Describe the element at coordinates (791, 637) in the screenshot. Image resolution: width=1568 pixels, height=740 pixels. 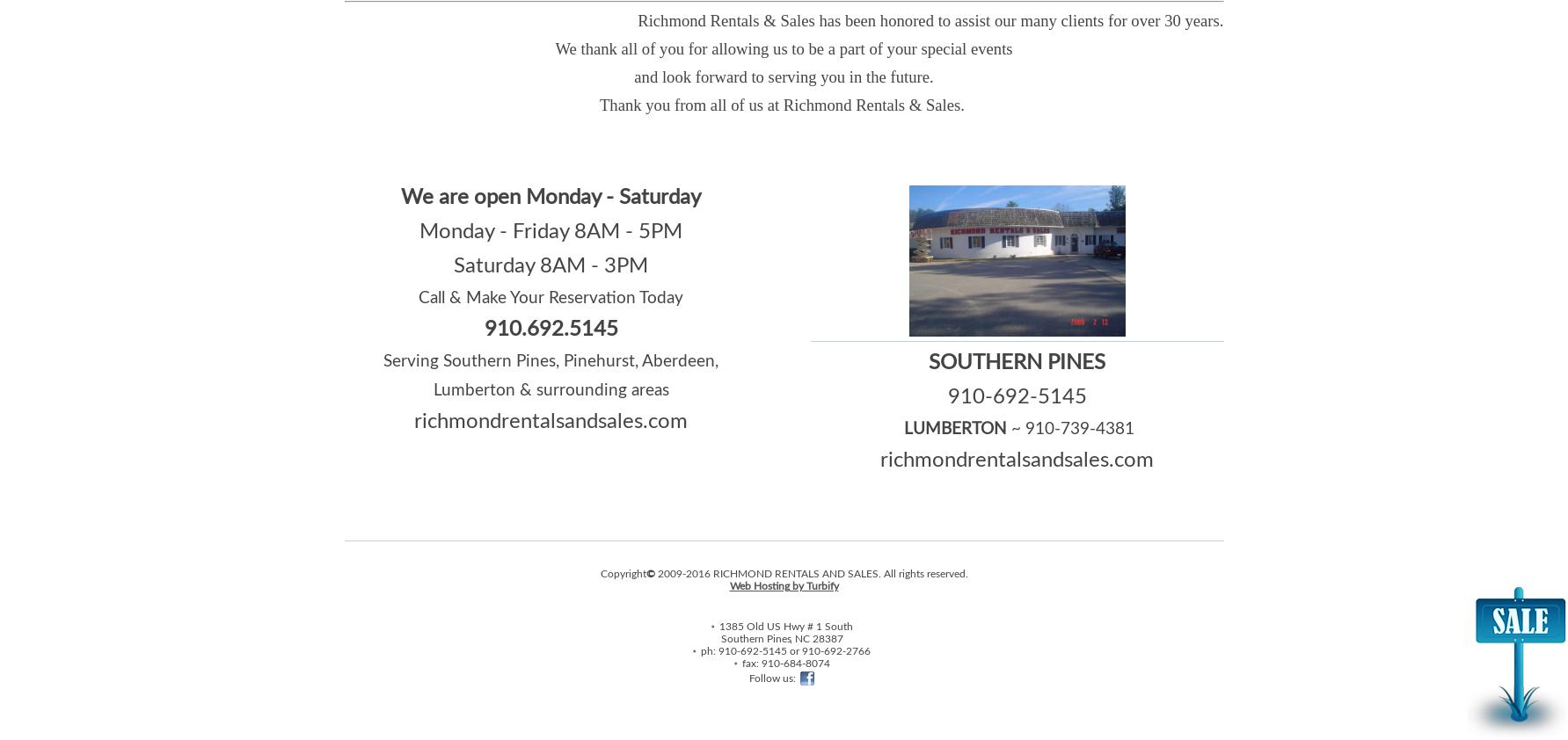
I see `','` at that location.